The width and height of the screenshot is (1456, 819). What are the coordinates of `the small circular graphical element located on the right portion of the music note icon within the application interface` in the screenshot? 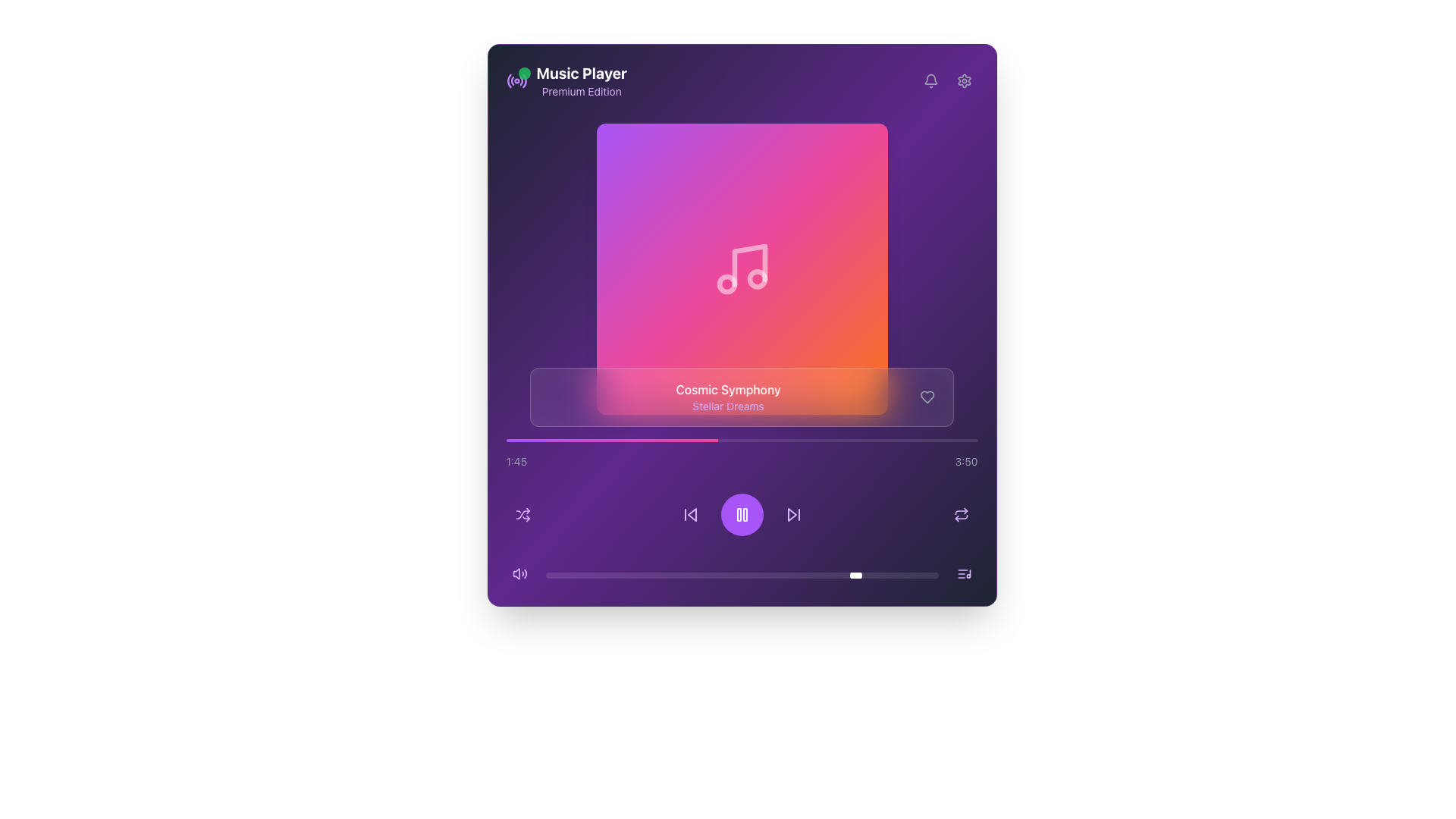 It's located at (757, 279).